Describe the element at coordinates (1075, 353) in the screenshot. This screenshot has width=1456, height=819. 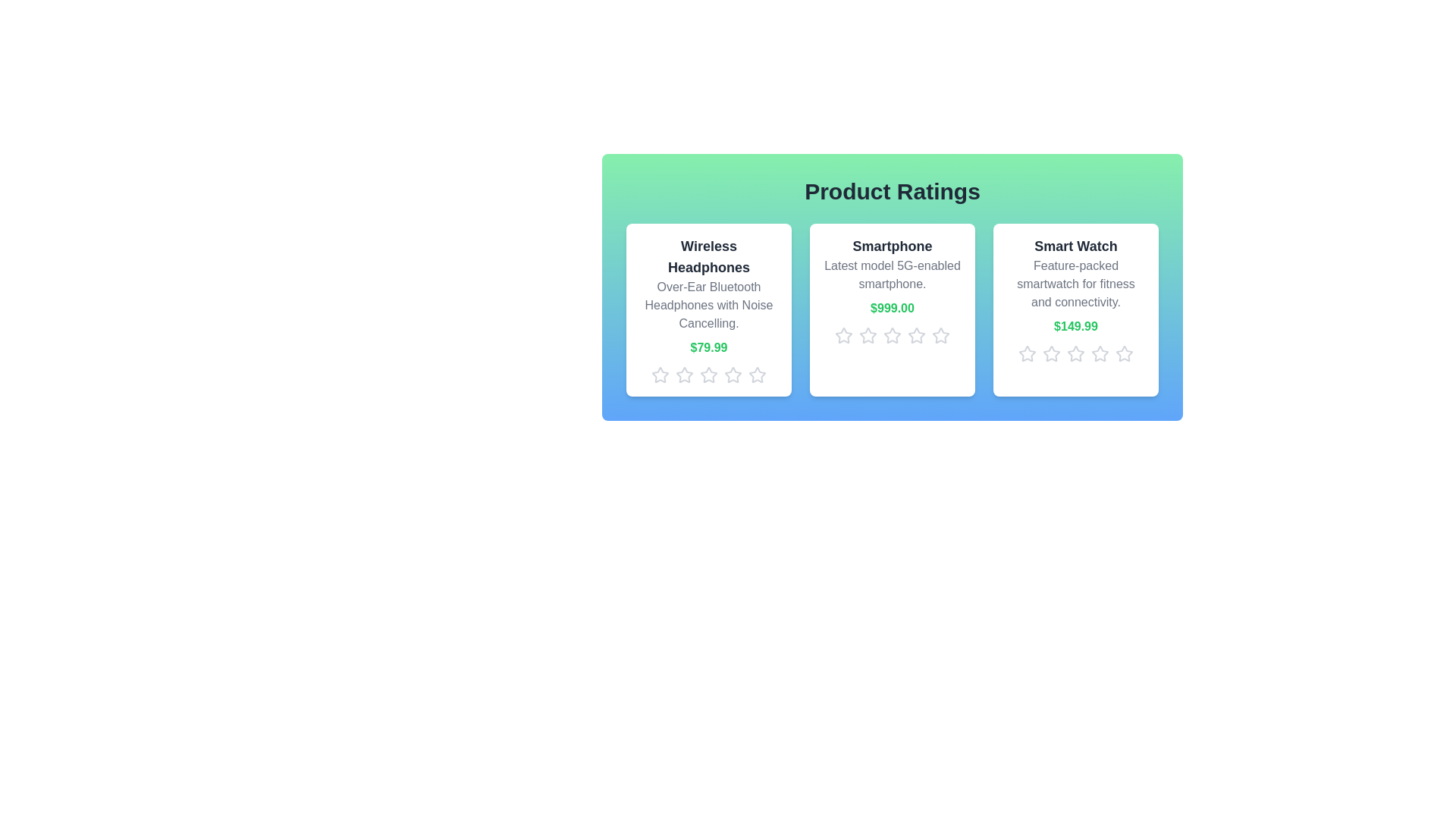
I see `the star icon corresponding to 3 stars for the product Smart Watch` at that location.